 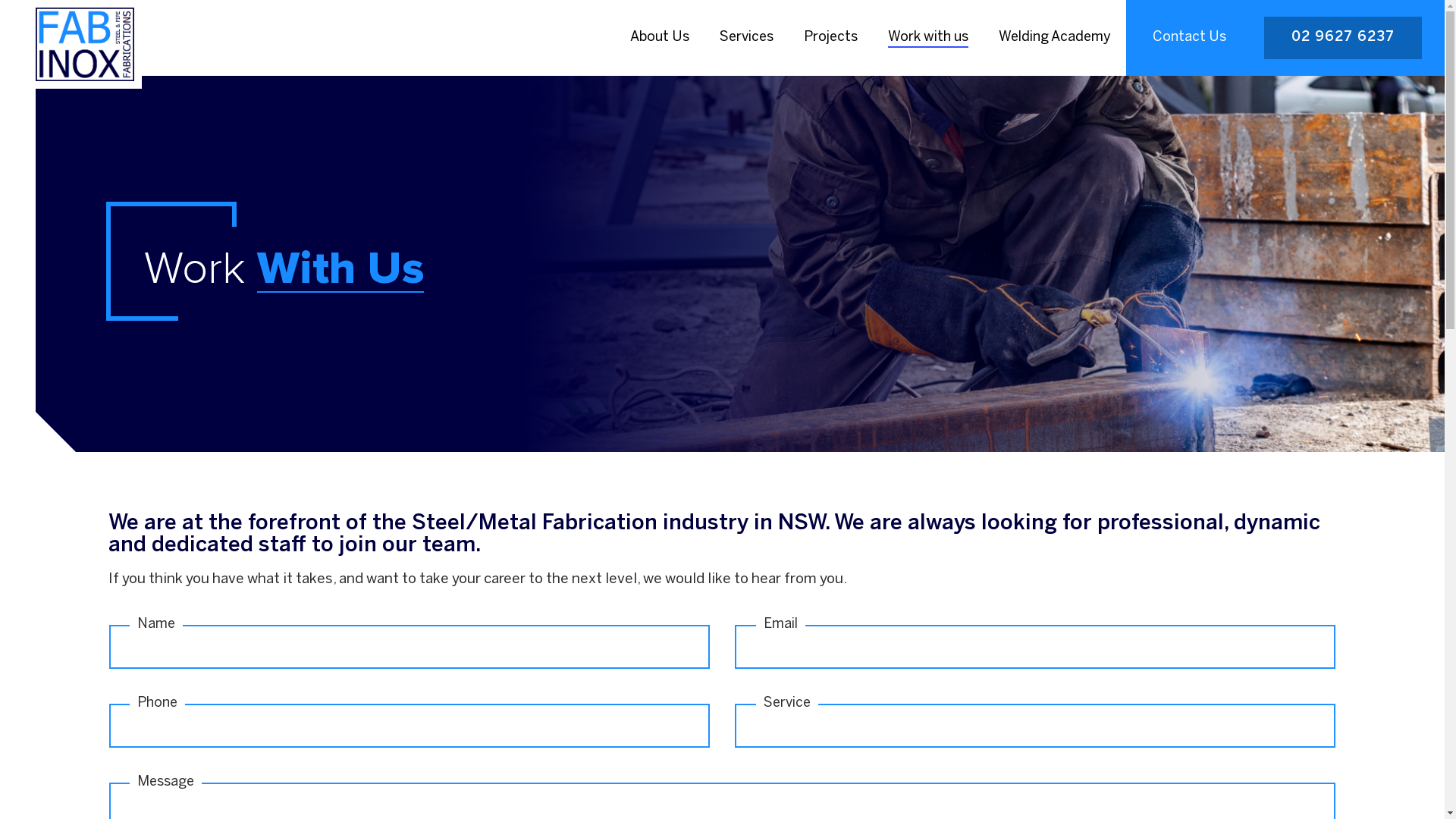 What do you see at coordinates (746, 37) in the screenshot?
I see `'Services'` at bounding box center [746, 37].